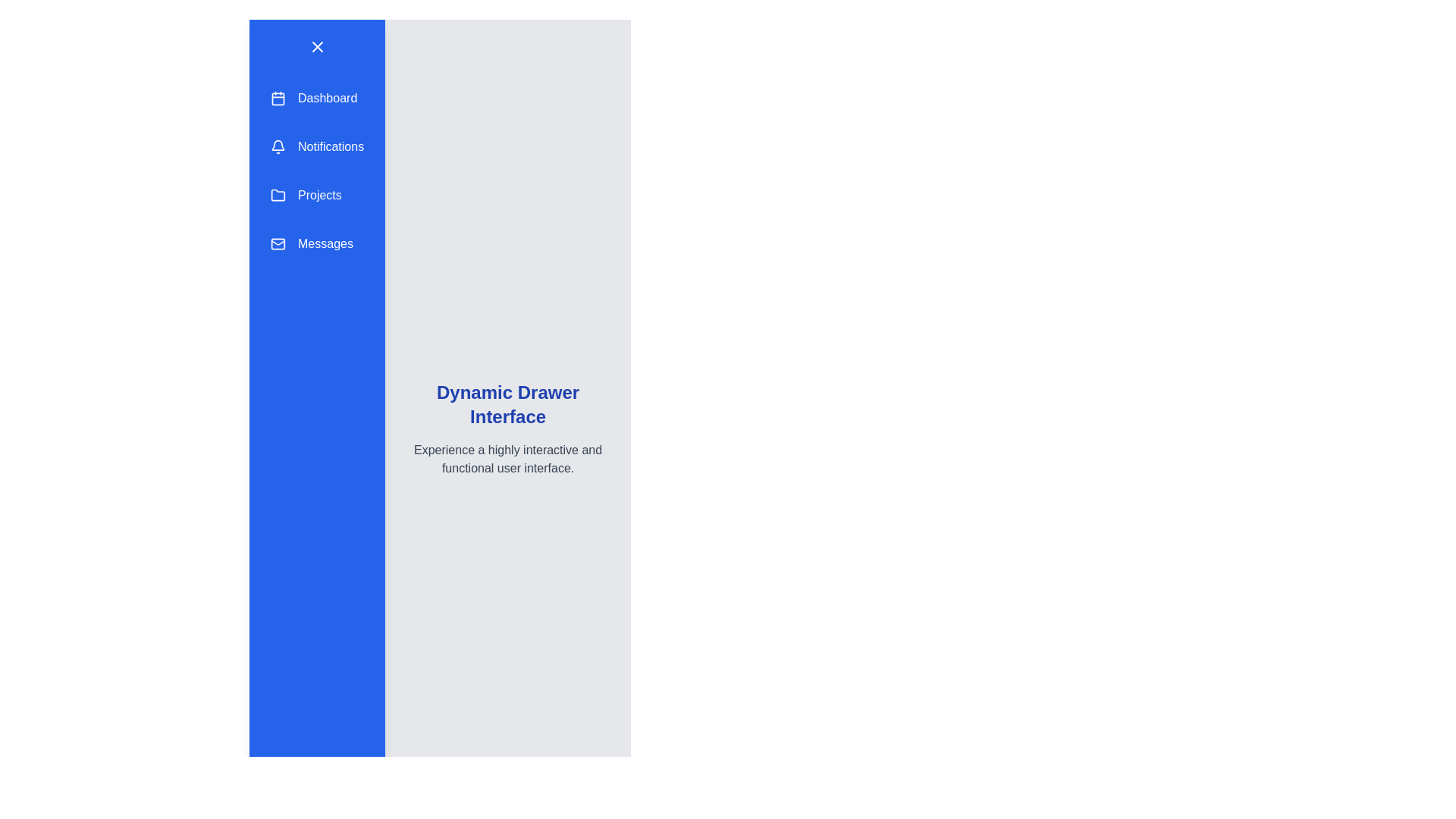 This screenshot has height=819, width=1456. Describe the element at coordinates (316, 243) in the screenshot. I see `the menu item Messages to navigate to the respective section` at that location.